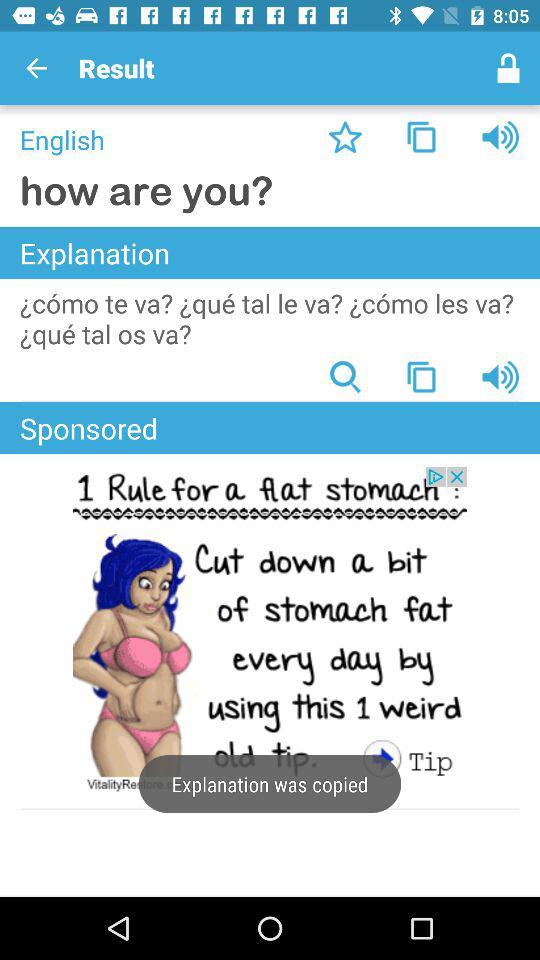 The image size is (540, 960). What do you see at coordinates (508, 68) in the screenshot?
I see `the item next to the result icon` at bounding box center [508, 68].